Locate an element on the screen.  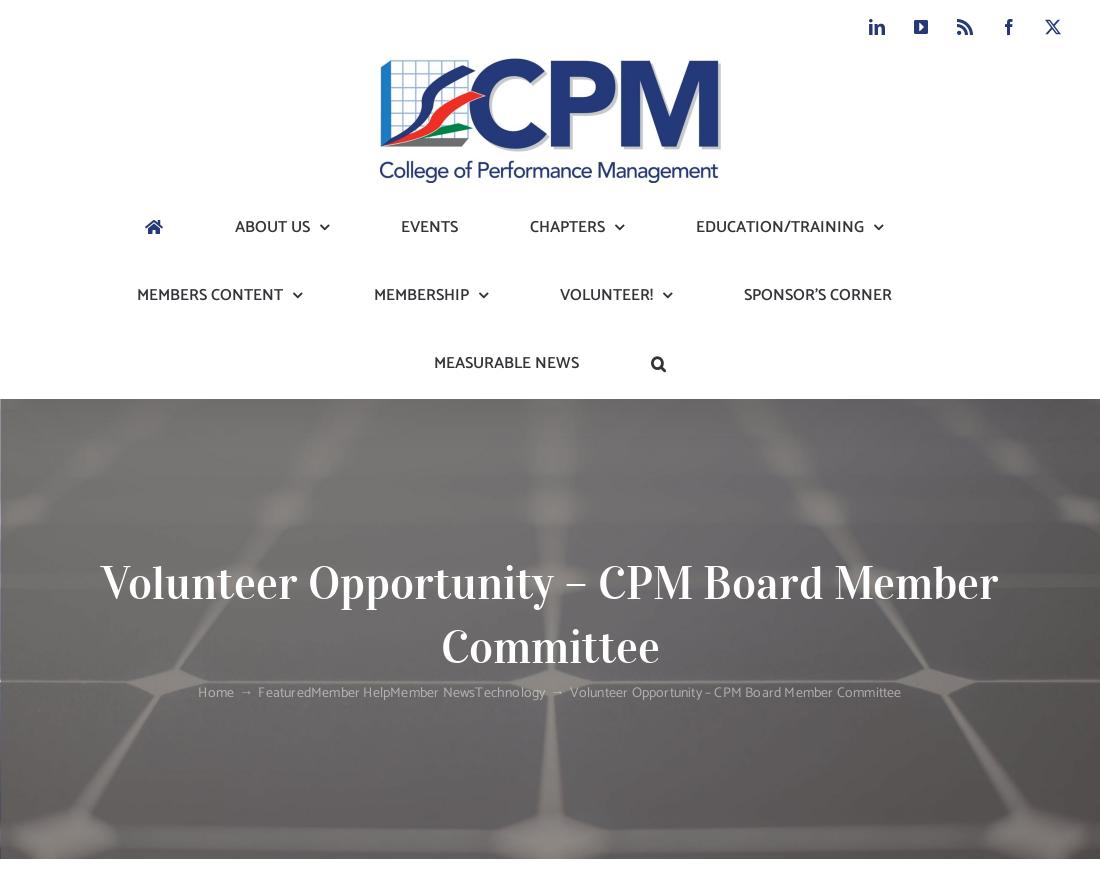
'SPONSOR’S CORNER' is located at coordinates (816, 295).